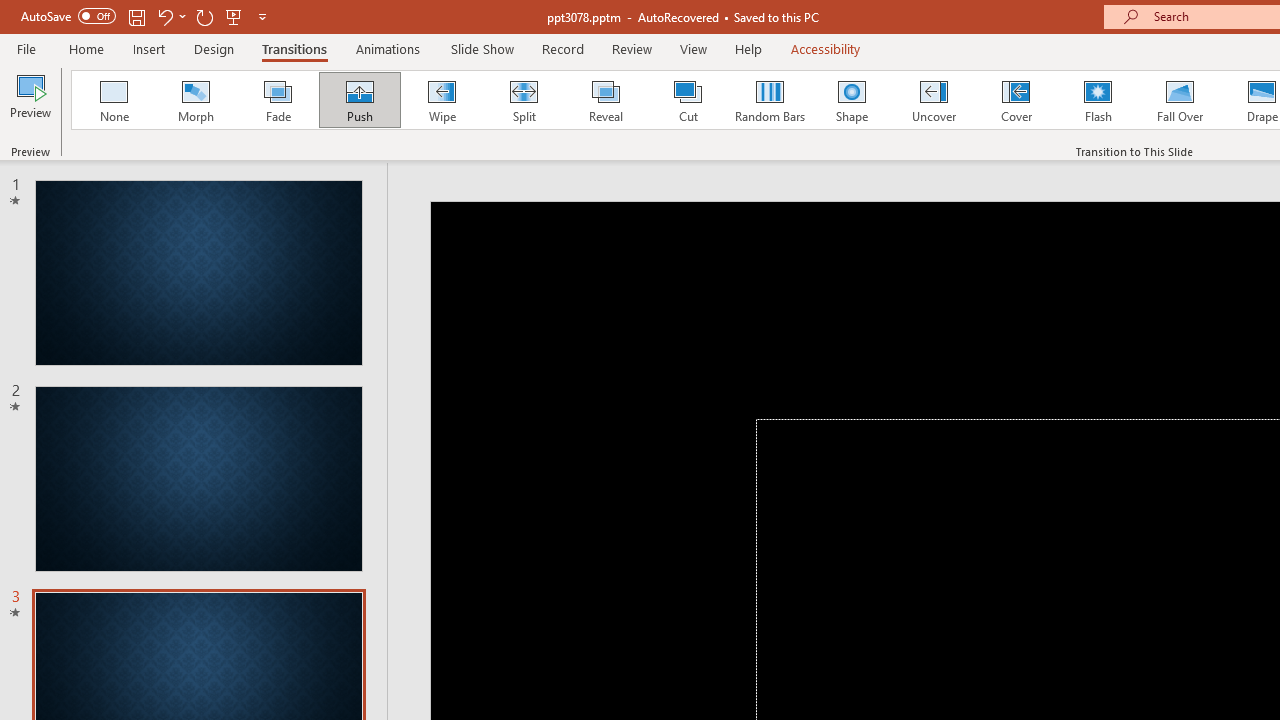  What do you see at coordinates (852, 100) in the screenshot?
I see `'Shape'` at bounding box center [852, 100].